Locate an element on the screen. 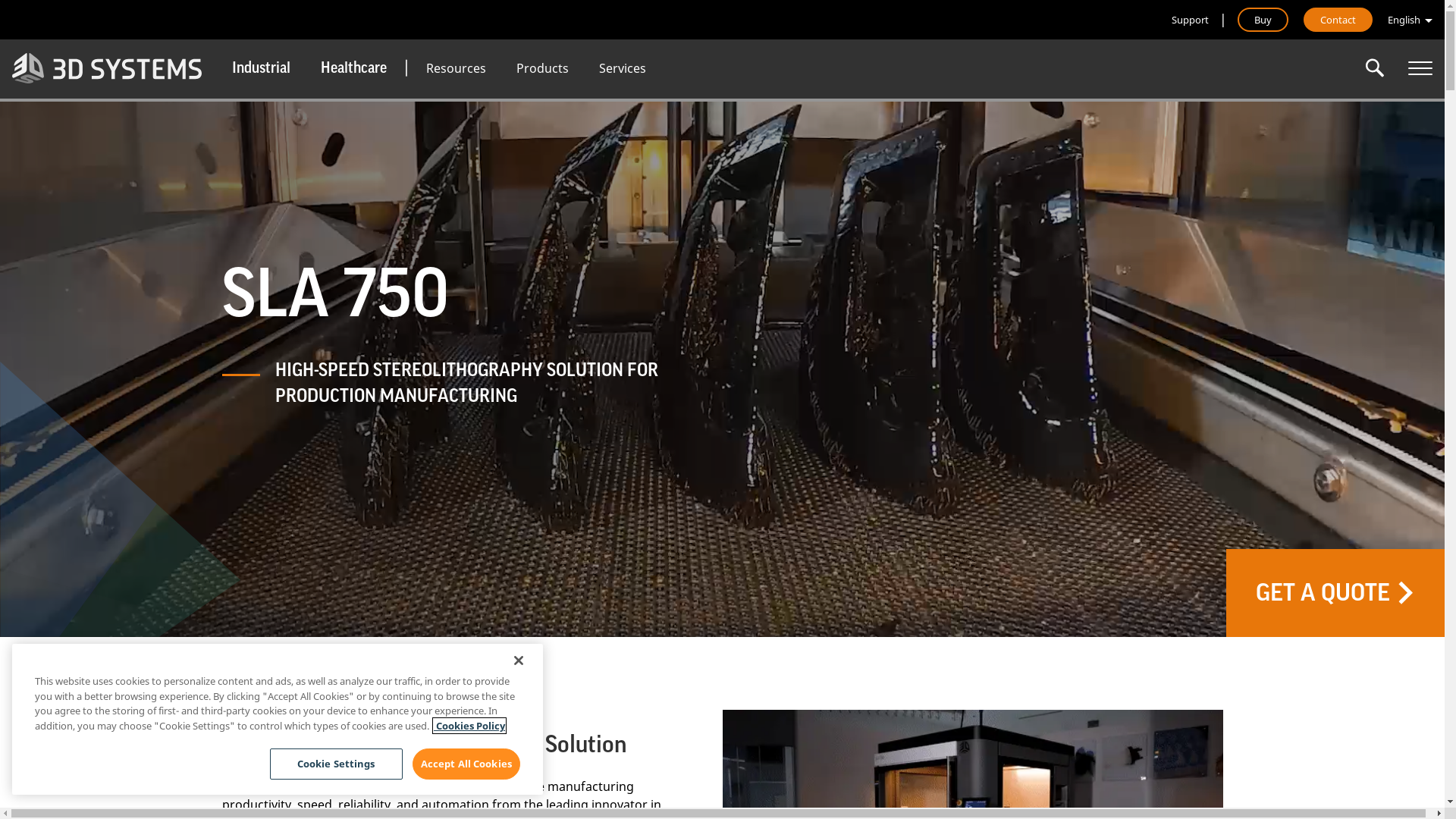  'Cookie Settings' is located at coordinates (335, 764).